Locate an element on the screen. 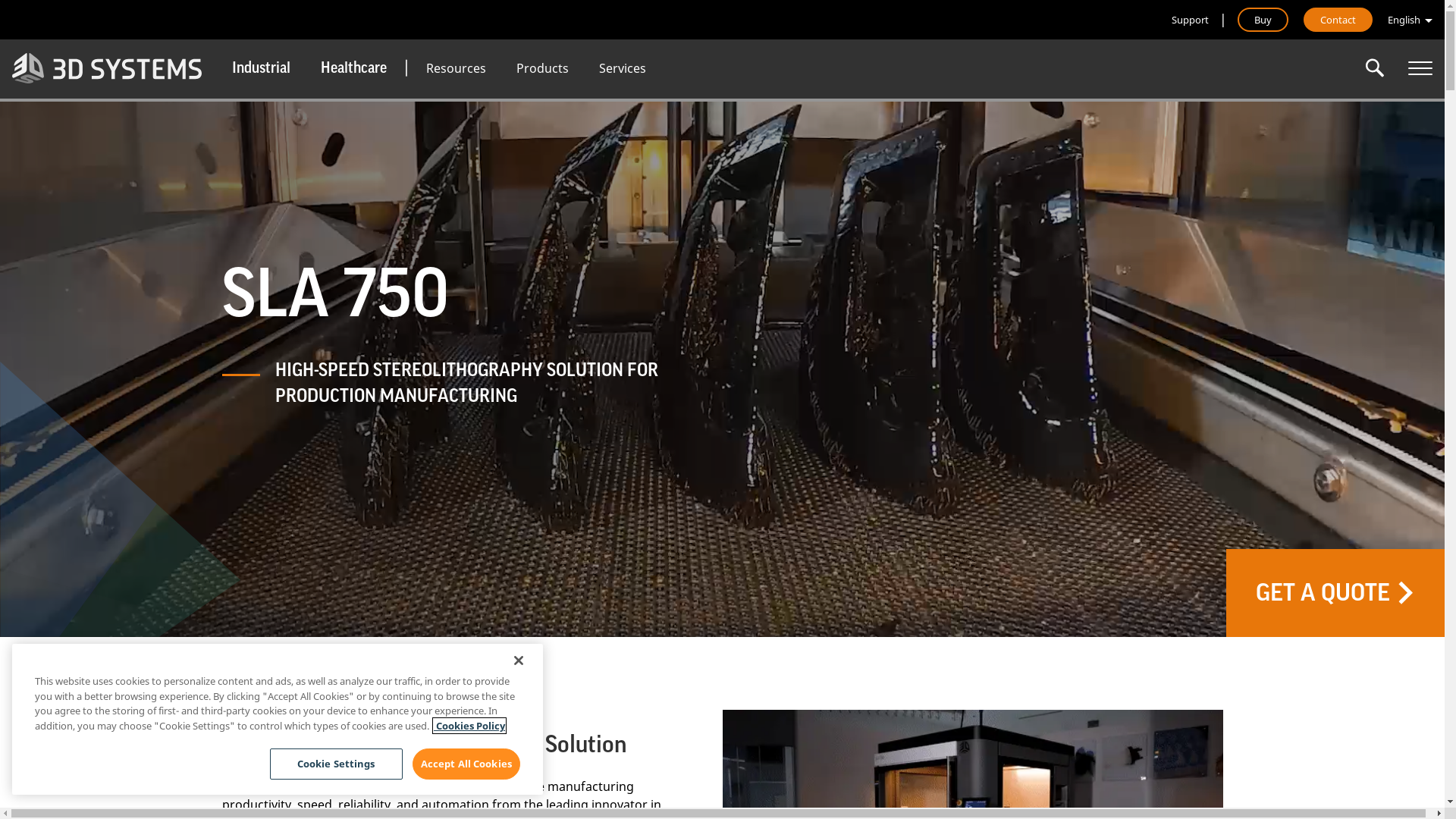  'Cookie Settings' is located at coordinates (335, 764).